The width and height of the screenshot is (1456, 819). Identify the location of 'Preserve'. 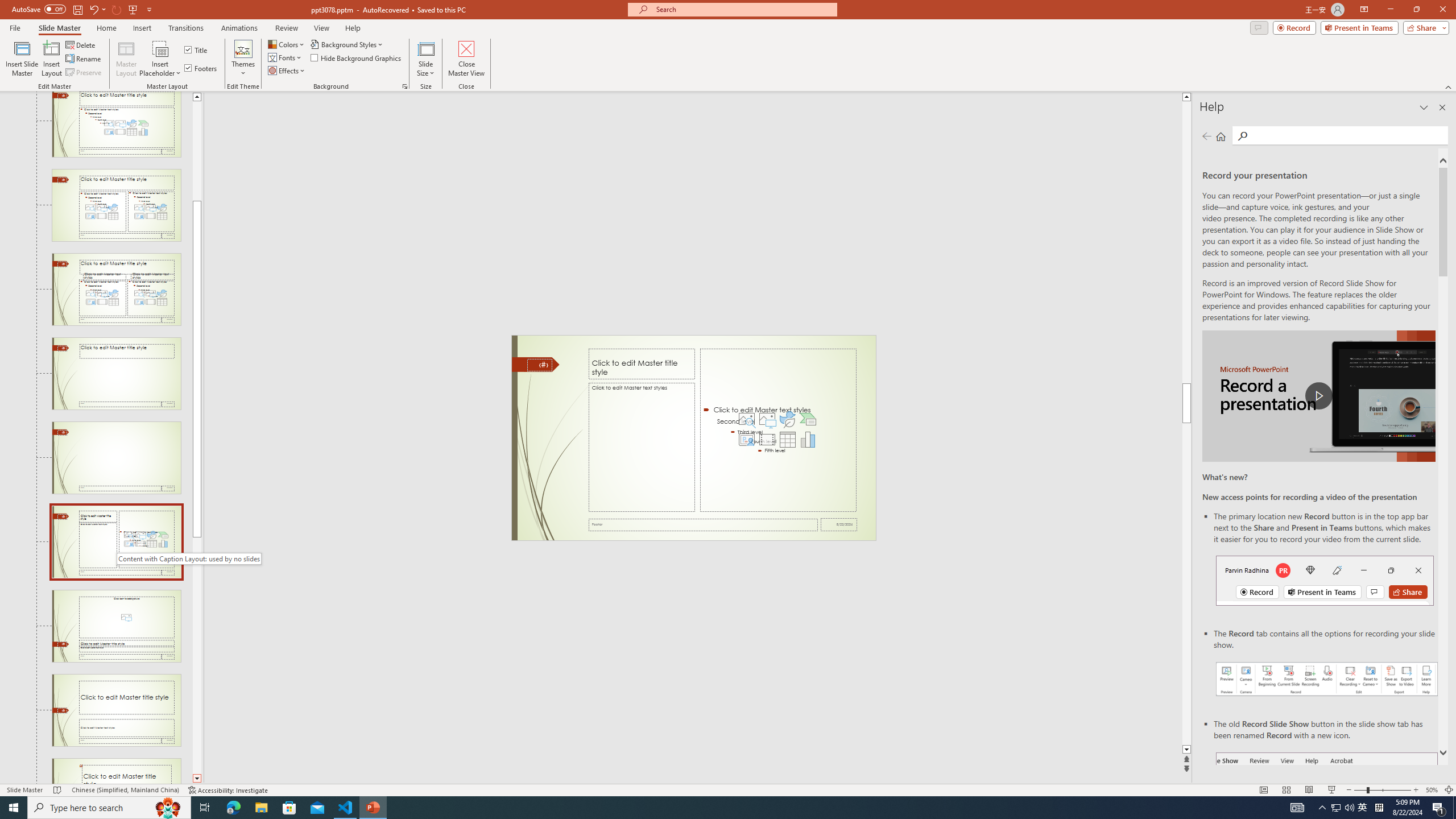
(84, 72).